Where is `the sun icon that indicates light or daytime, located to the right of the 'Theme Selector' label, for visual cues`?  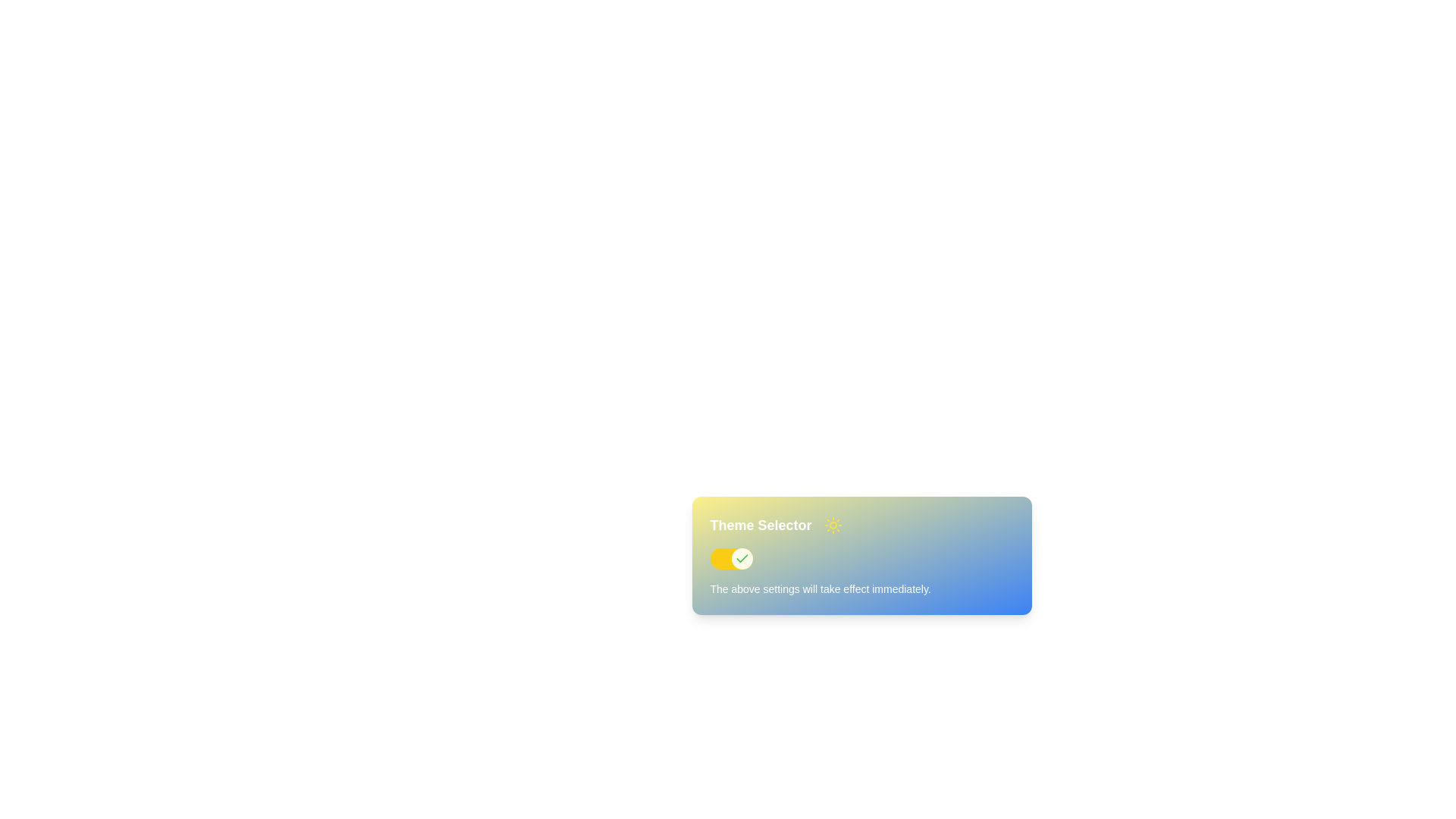 the sun icon that indicates light or daytime, located to the right of the 'Theme Selector' label, for visual cues is located at coordinates (832, 525).